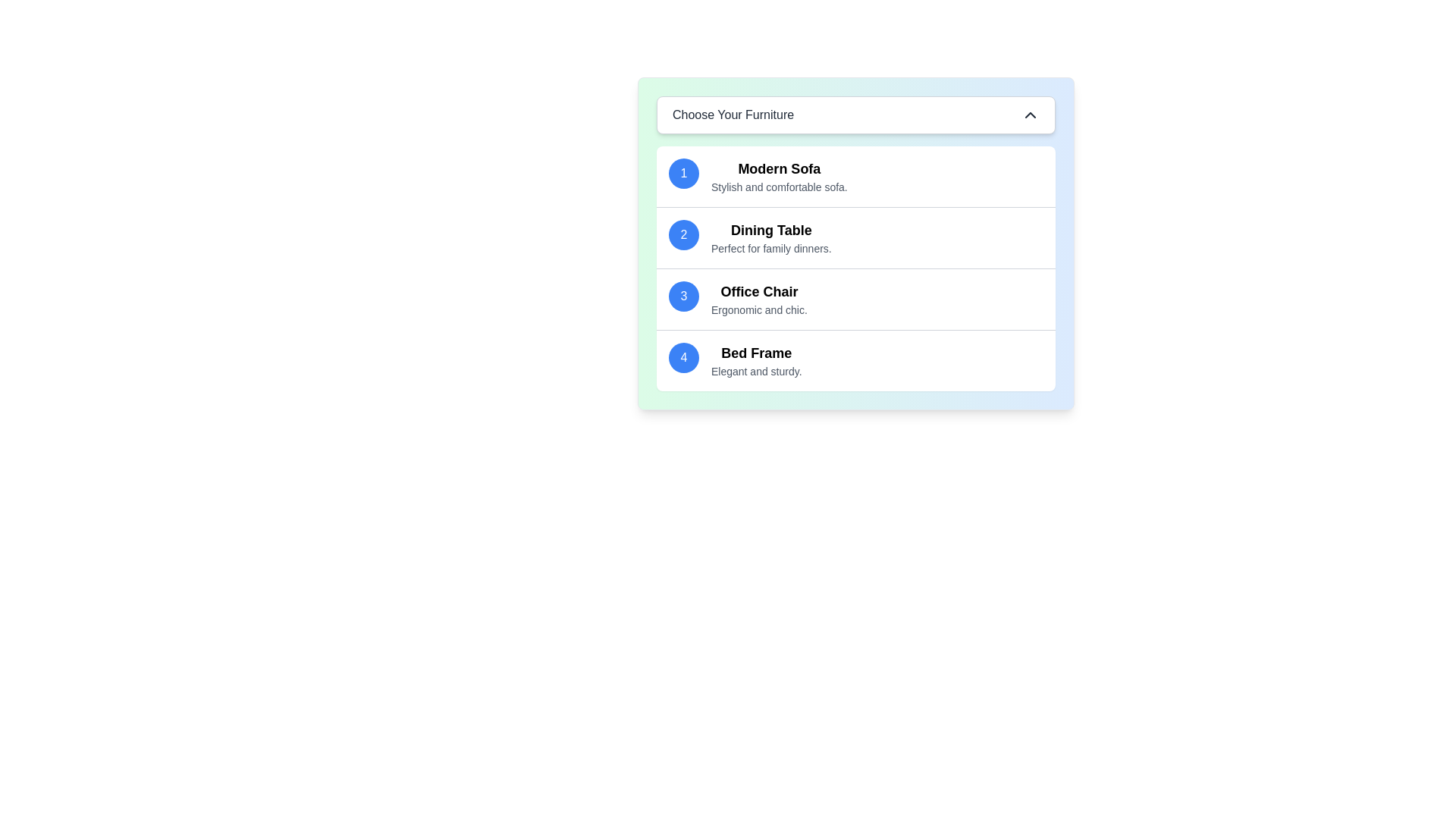  Describe the element at coordinates (756, 353) in the screenshot. I see `text label identifying the fourth item in the list as 'Bed Frame', which is located above the descriptive text 'Elegant and sturdy'` at that location.